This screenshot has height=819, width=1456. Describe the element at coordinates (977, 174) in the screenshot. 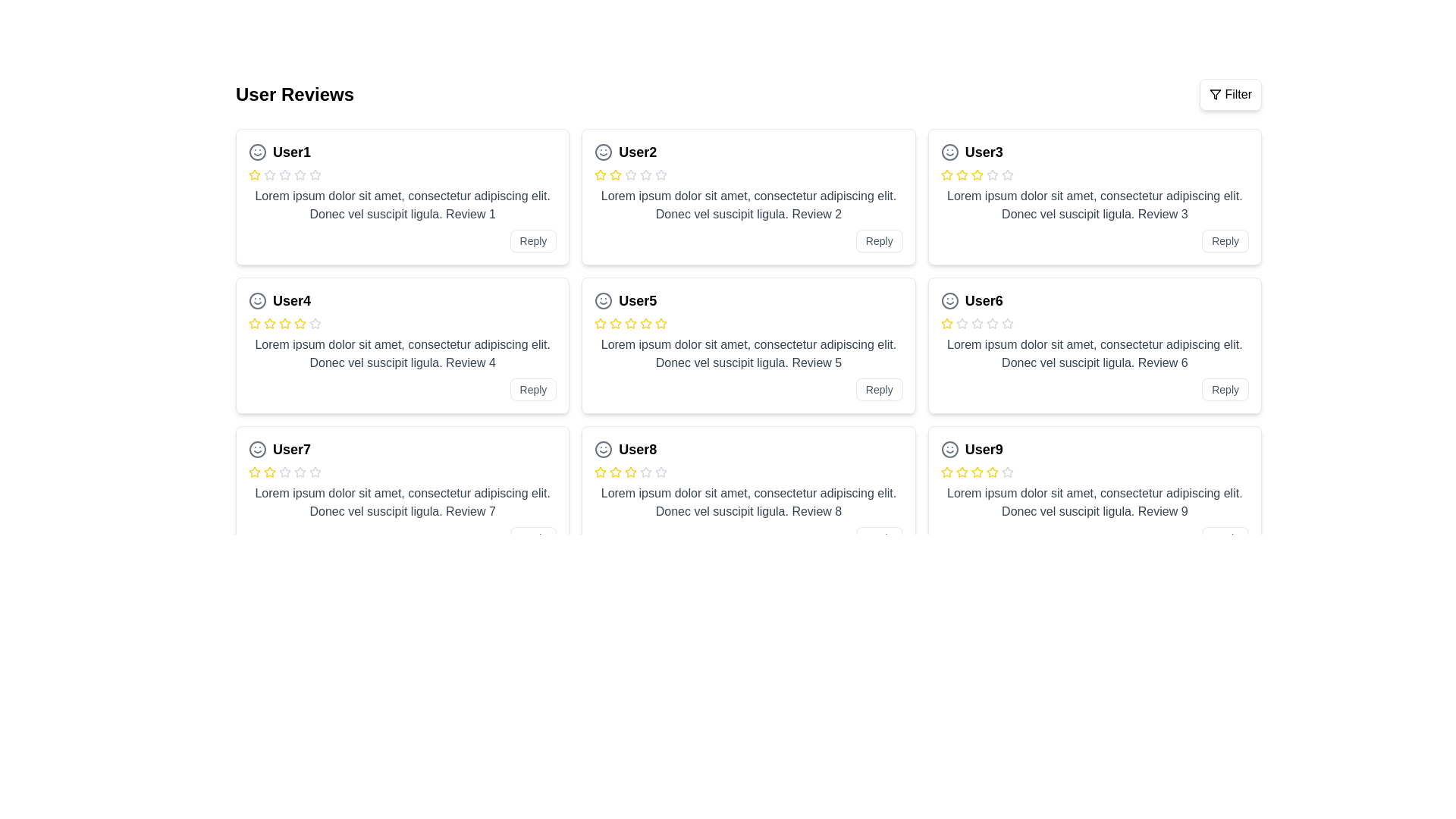

I see `the second rating star icon, which visually represents a two-star rating on the User3 review card located in the middle column of the review grid` at that location.